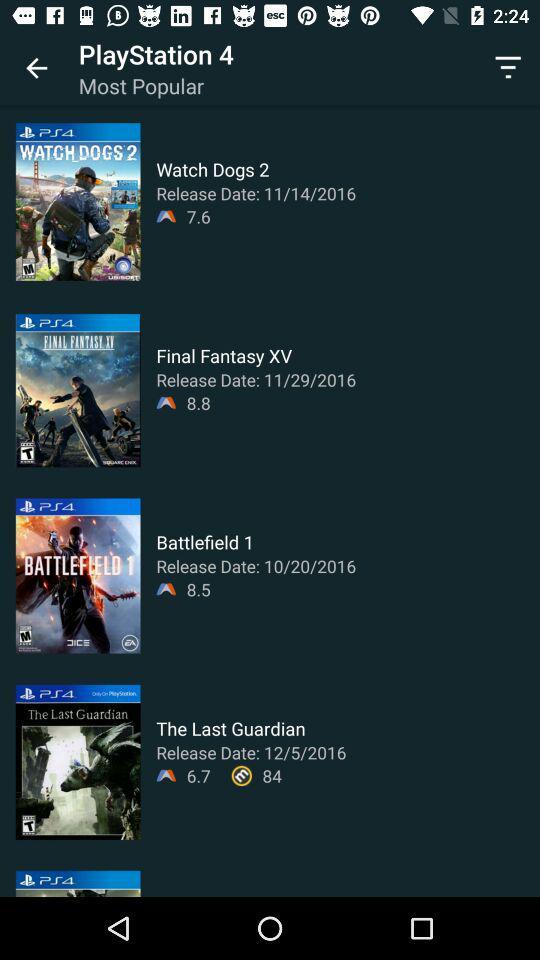 The width and height of the screenshot is (540, 960). I want to click on app next to playstation 4 item, so click(508, 68).